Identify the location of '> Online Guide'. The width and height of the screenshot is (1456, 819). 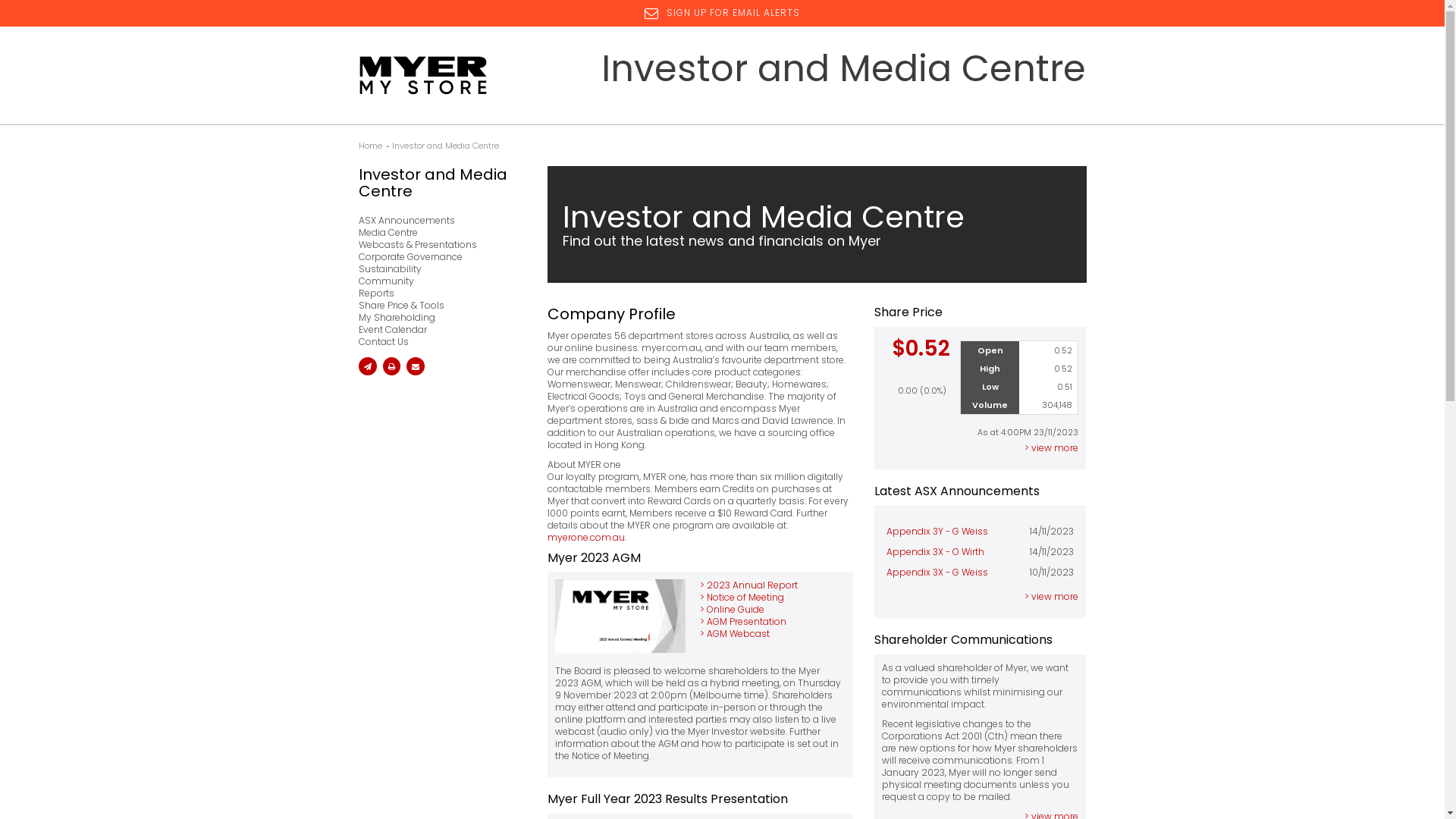
(698, 608).